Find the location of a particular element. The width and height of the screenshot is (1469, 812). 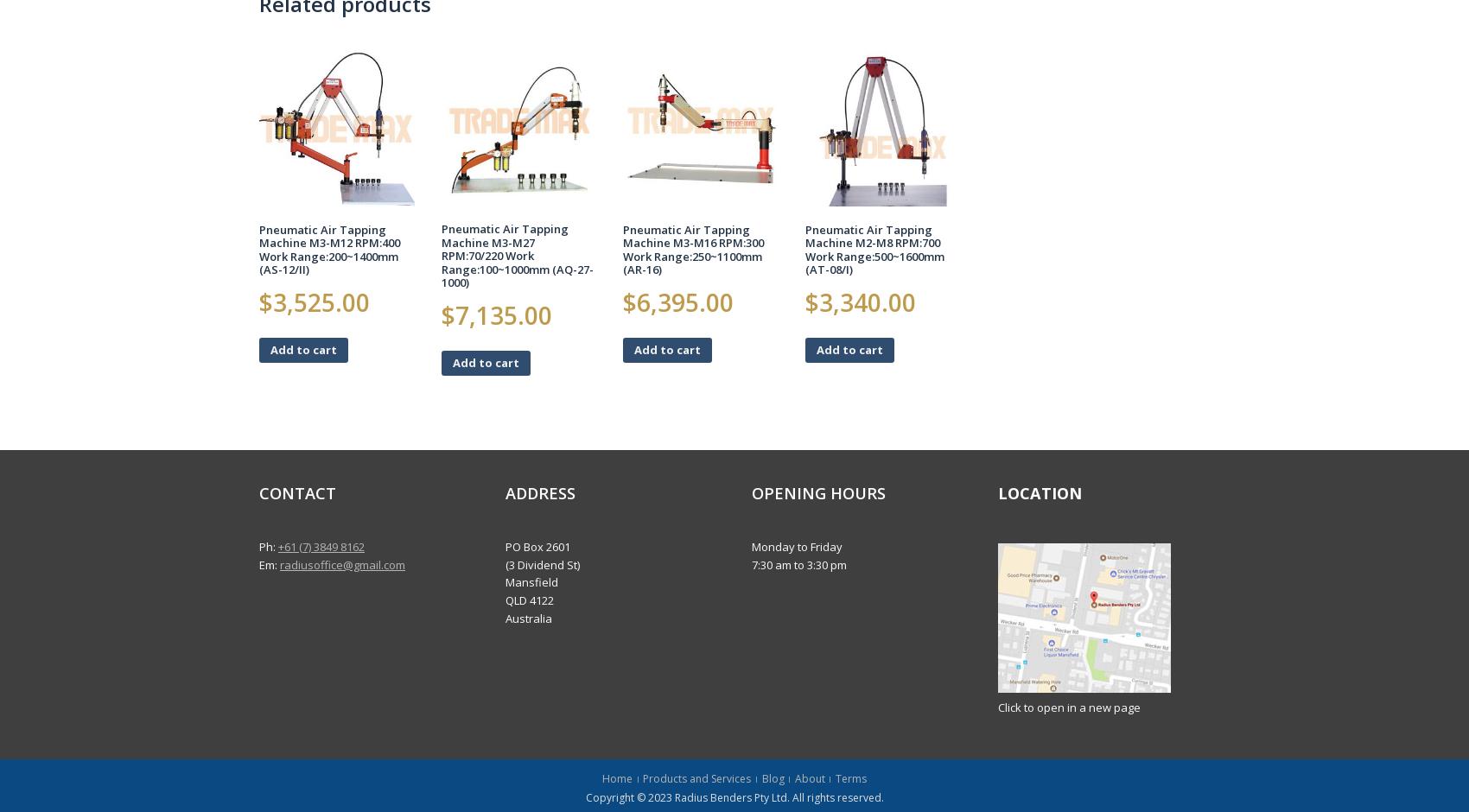

'Pneumatic Air Tapping Machine M2-M8 RPM:700 Work Range:500~1600mm (AT-08/I)' is located at coordinates (874, 248).